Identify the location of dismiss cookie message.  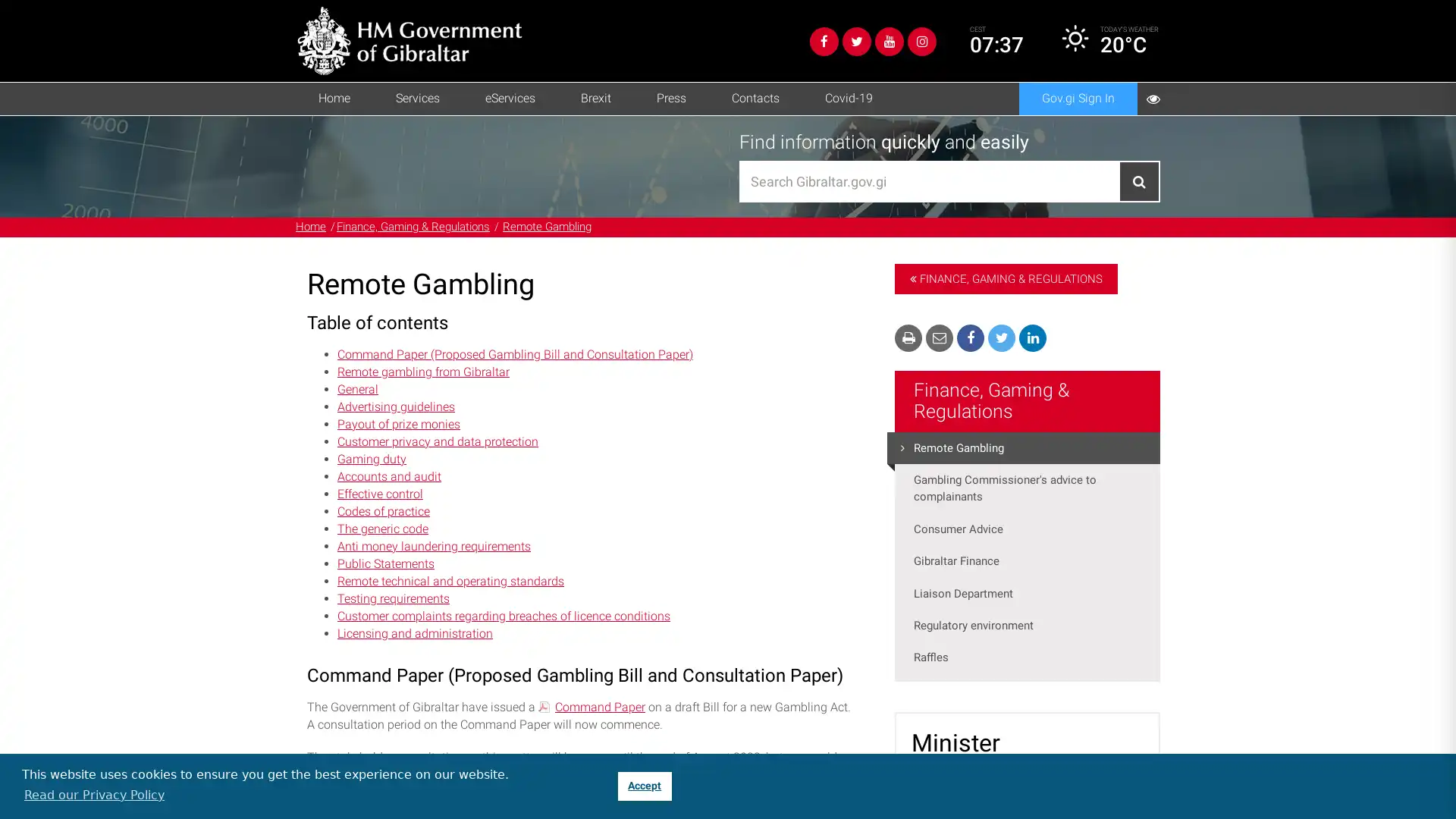
(644, 785).